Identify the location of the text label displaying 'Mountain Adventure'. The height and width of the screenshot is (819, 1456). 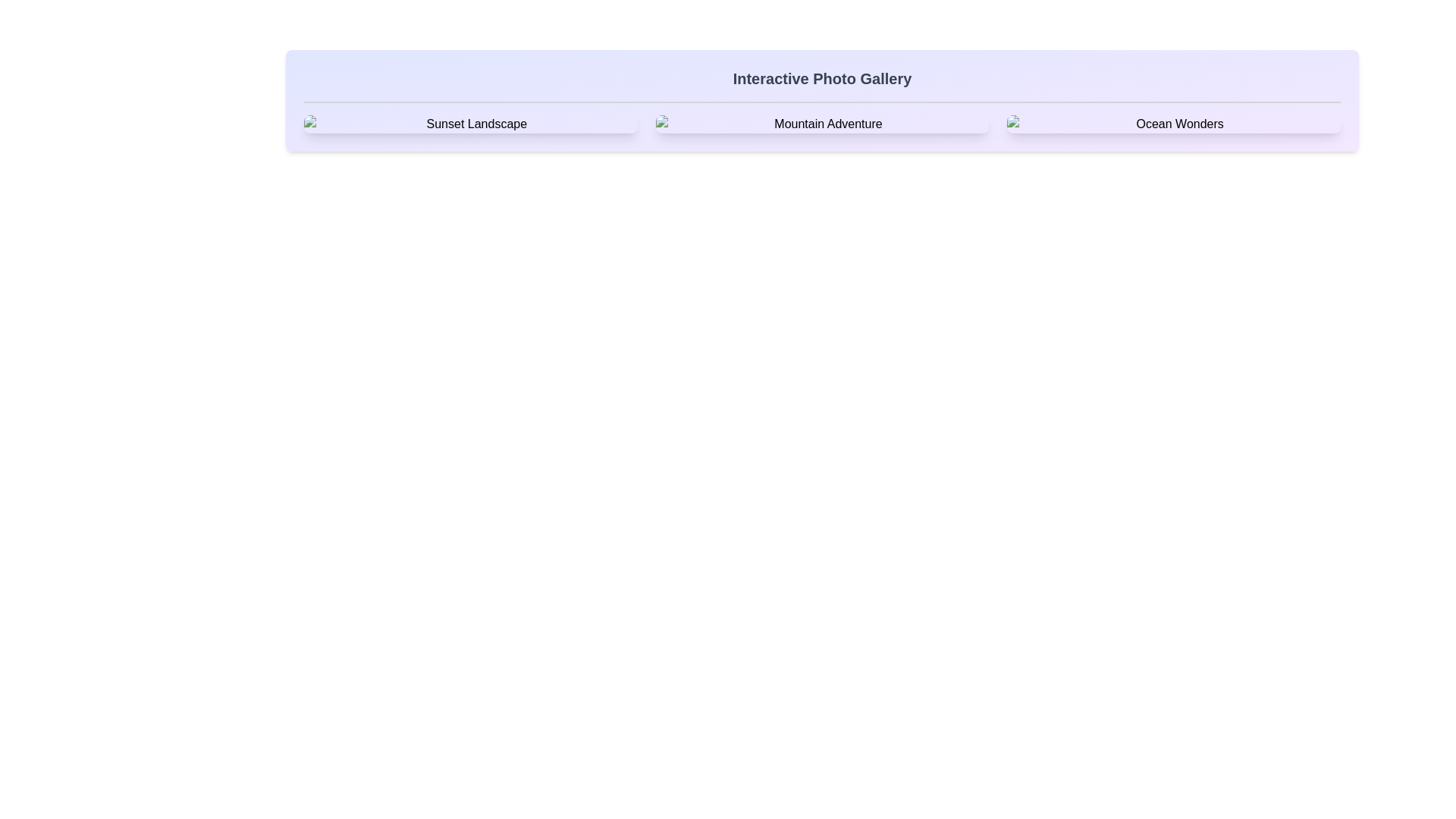
(821, 124).